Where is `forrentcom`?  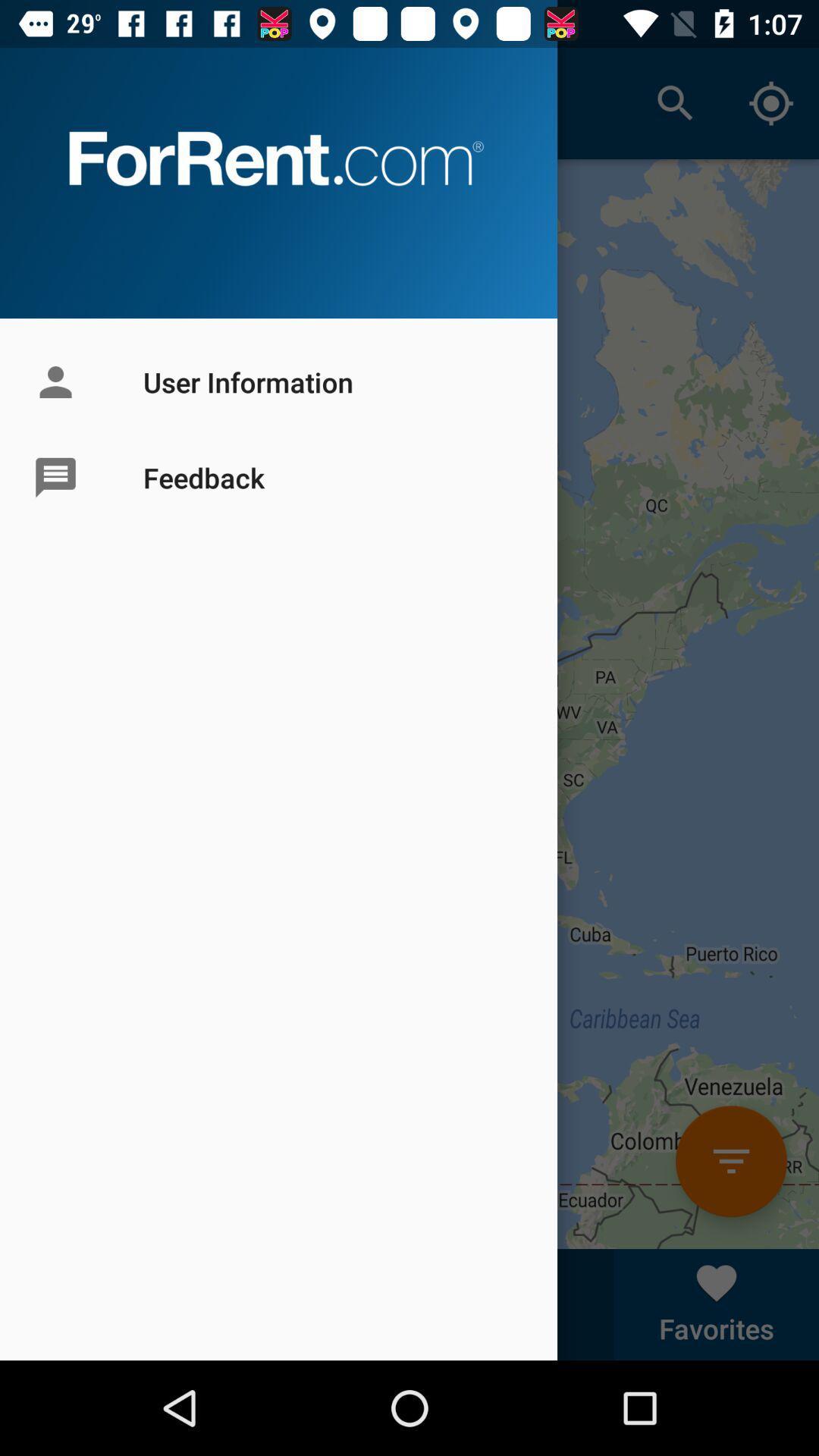 forrentcom is located at coordinates (278, 159).